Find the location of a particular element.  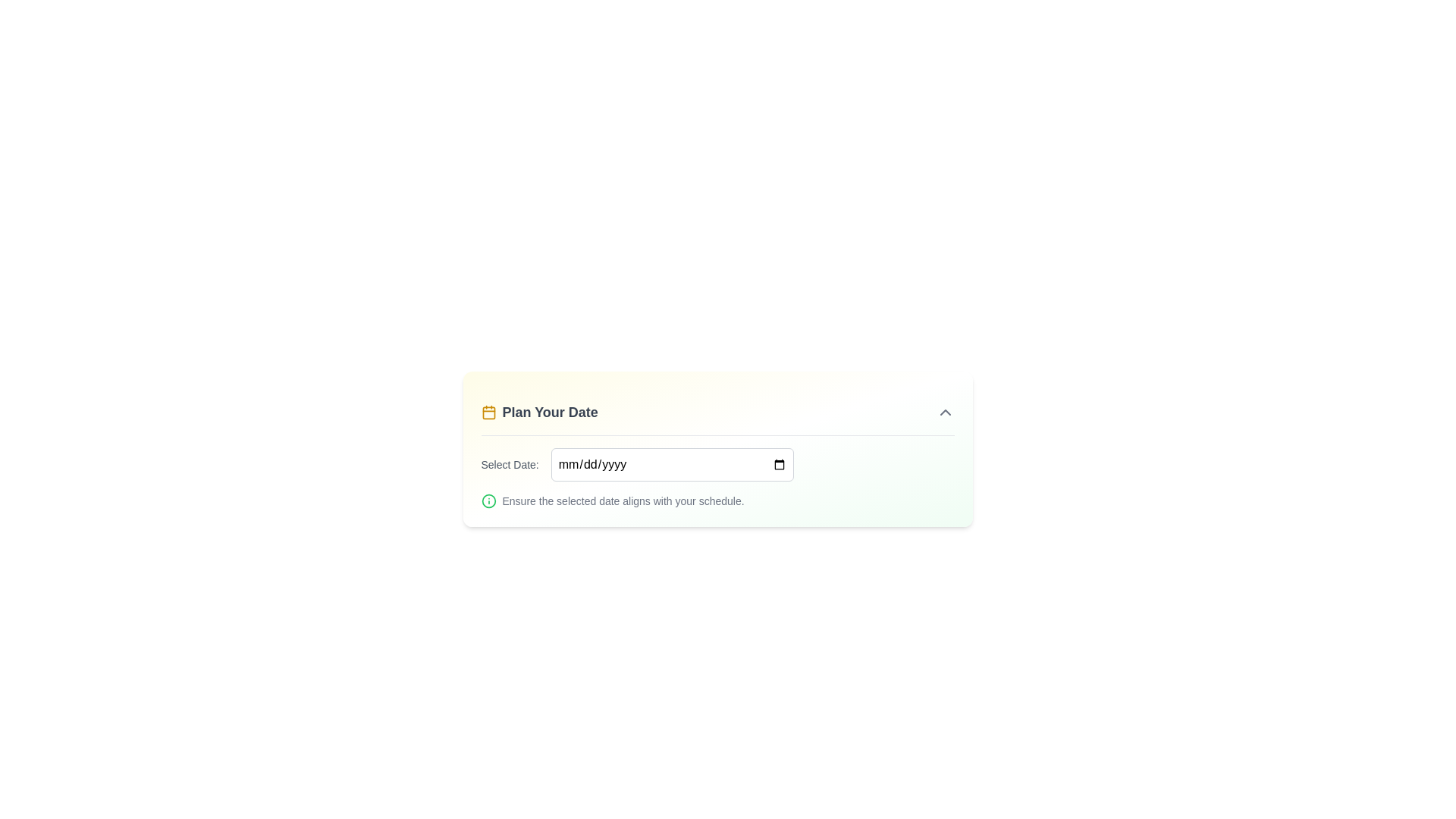

the informational tooltip text with an icon located in the 'Plan Your Date' section, which provides guidance for selecting a date is located at coordinates (717, 500).